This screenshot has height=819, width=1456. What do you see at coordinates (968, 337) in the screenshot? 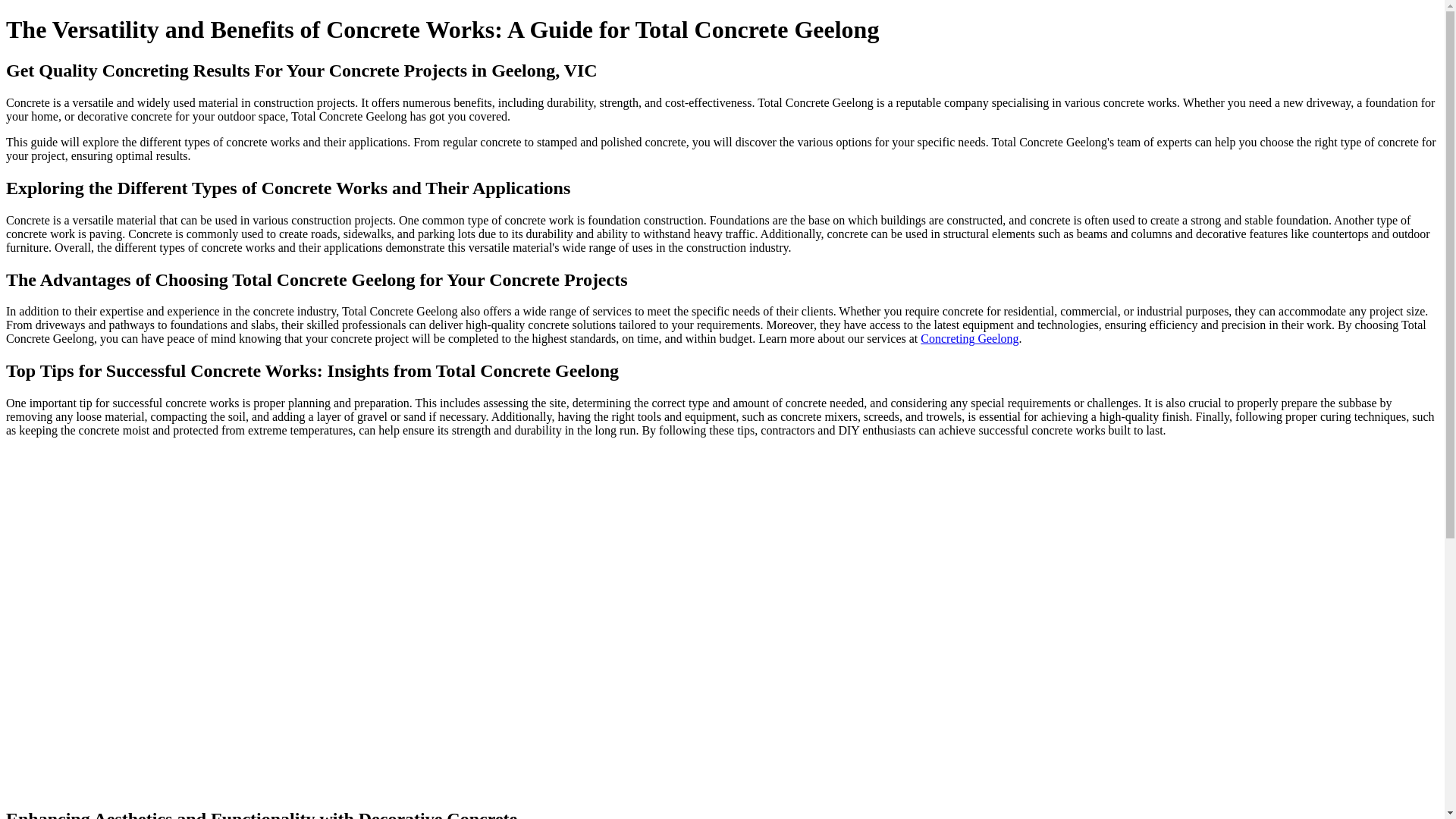
I see `'Concreting Geelong'` at bounding box center [968, 337].